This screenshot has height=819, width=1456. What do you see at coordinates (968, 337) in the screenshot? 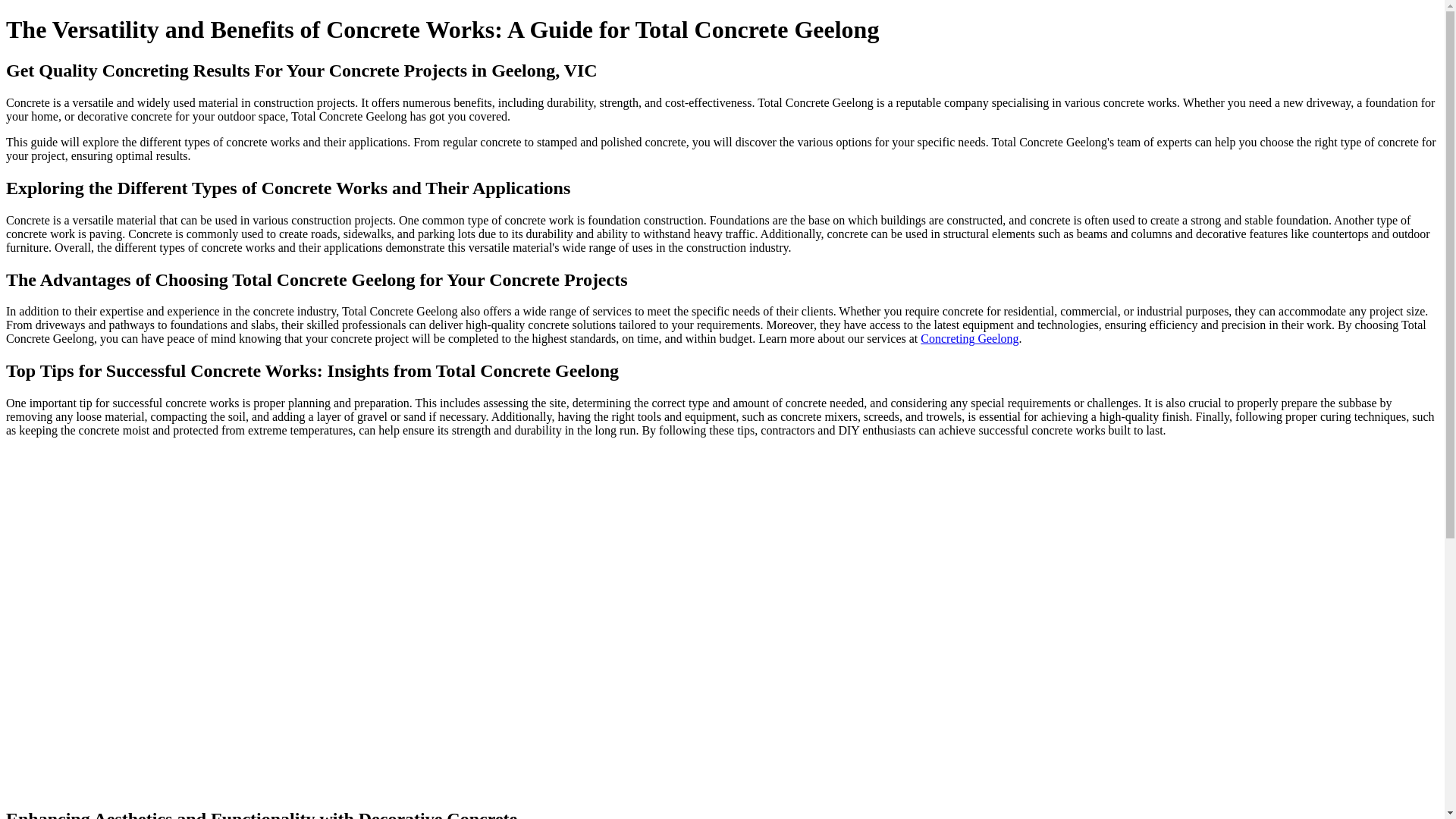
I see `'Concreting Geelong'` at bounding box center [968, 337].